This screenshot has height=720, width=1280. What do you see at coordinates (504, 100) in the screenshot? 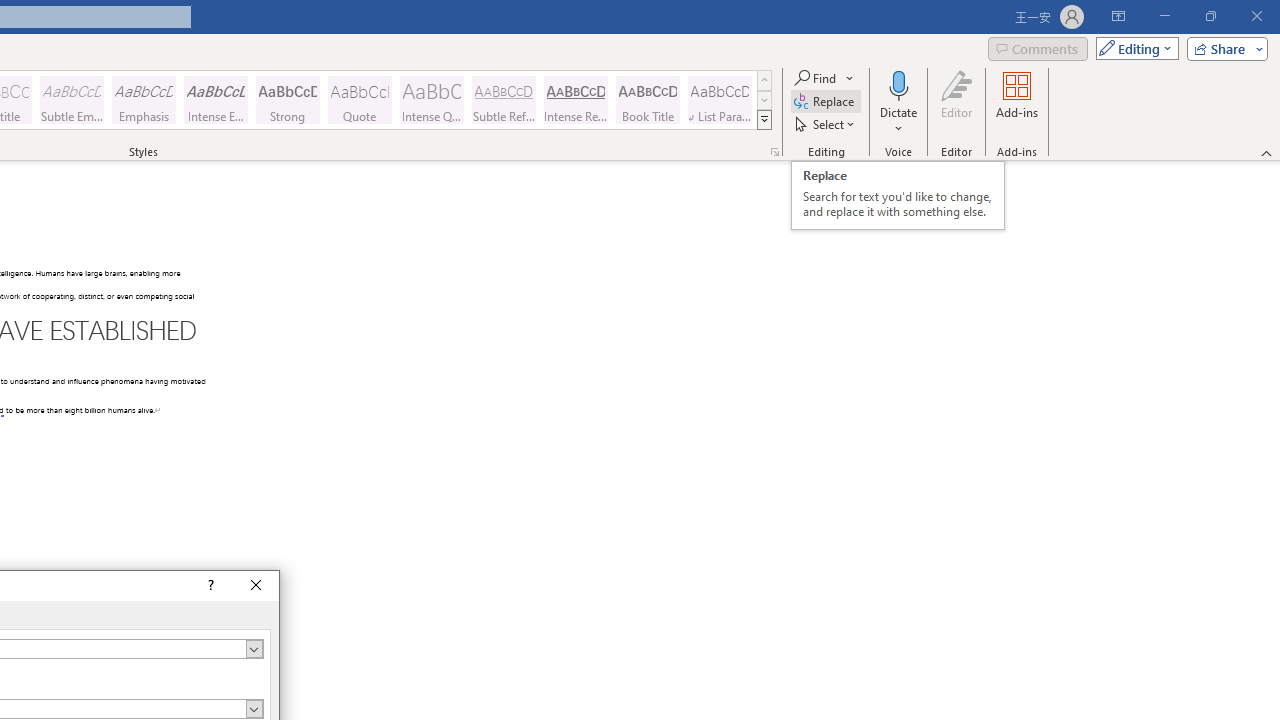
I see `'Subtle Reference'` at bounding box center [504, 100].